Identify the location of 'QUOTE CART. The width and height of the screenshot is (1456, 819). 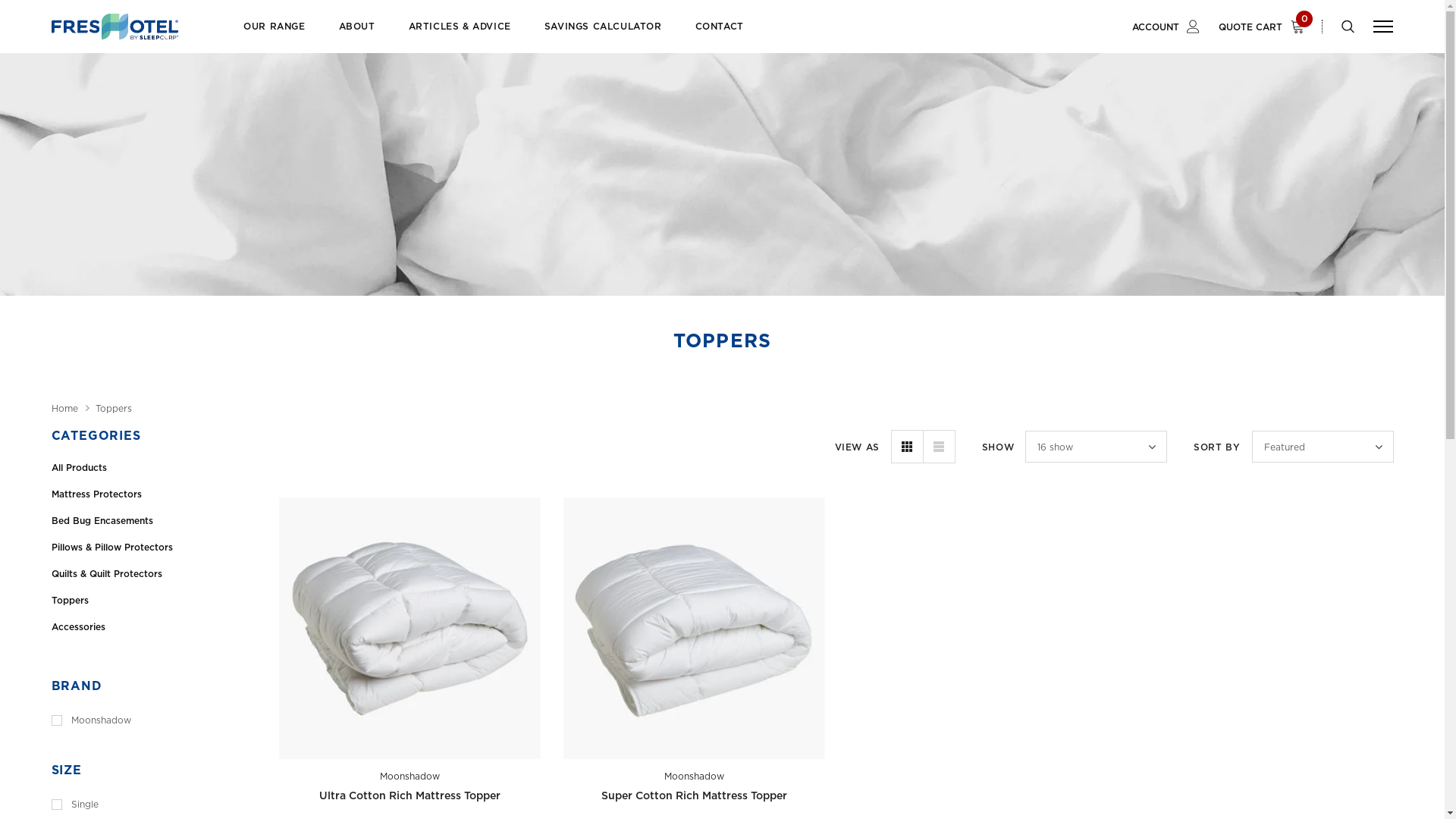
(1266, 26).